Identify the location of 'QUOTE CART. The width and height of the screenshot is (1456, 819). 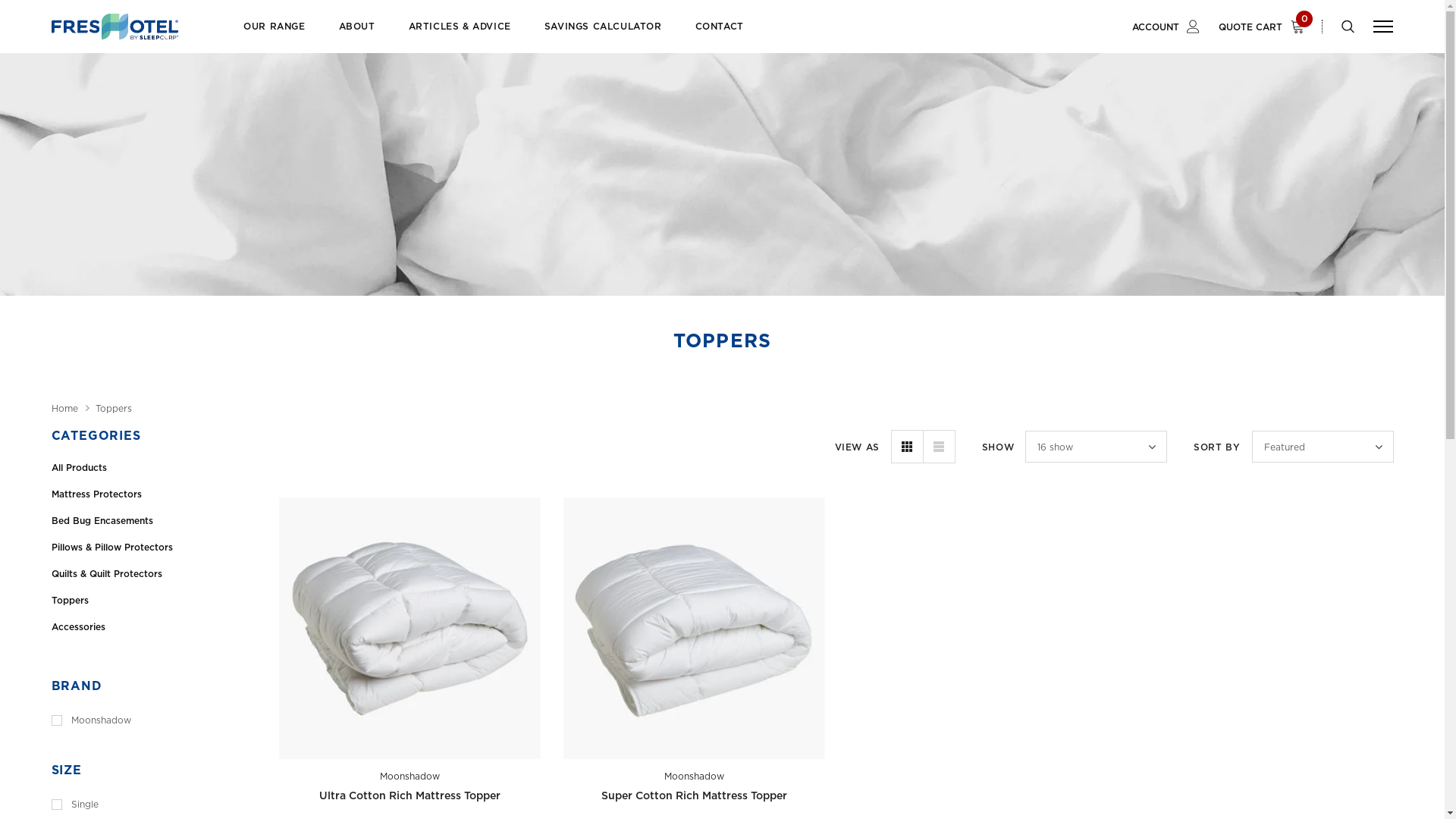
(1266, 26).